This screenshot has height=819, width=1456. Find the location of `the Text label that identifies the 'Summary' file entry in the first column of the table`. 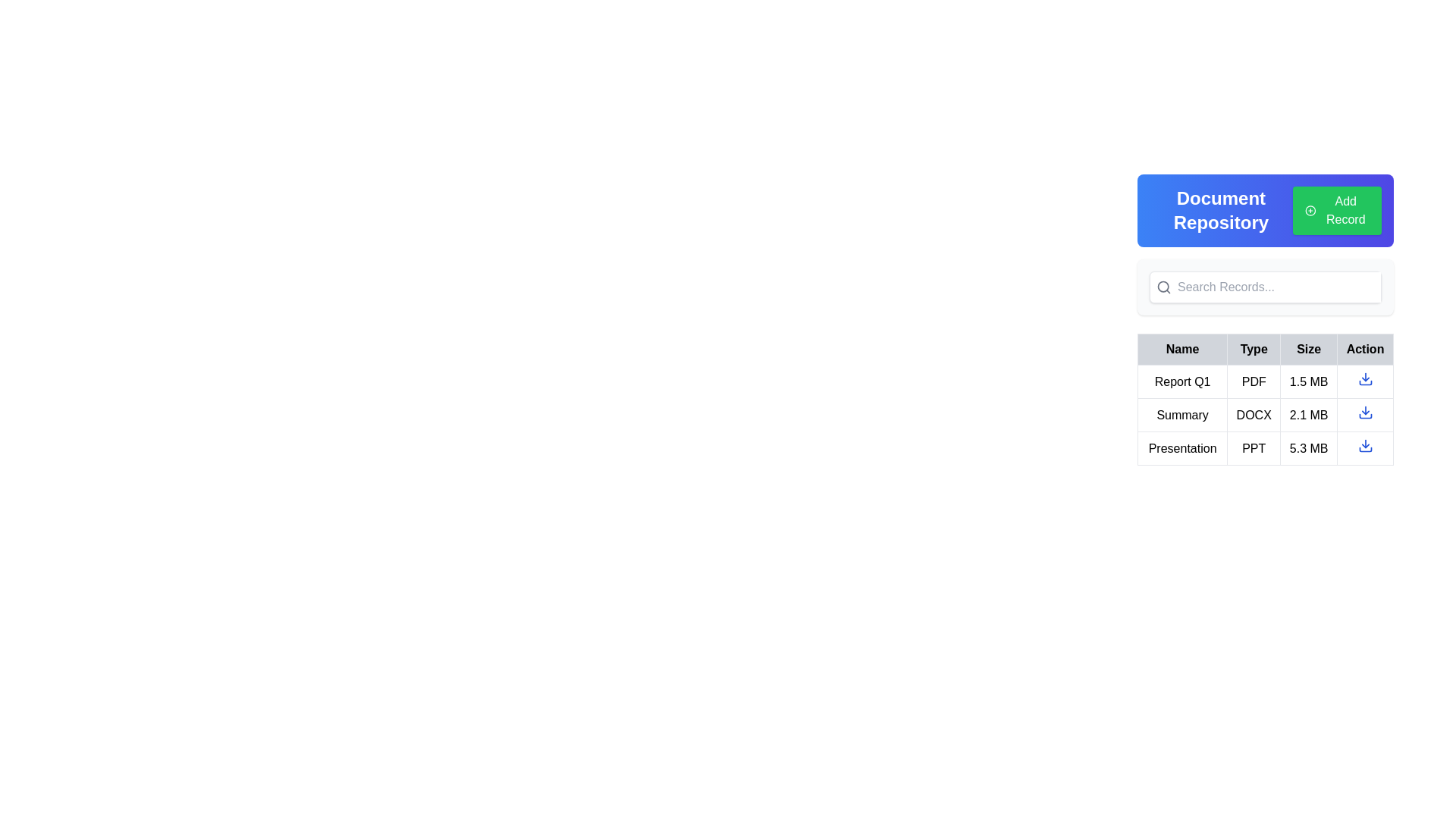

the Text label that identifies the 'Summary' file entry in the first column of the table is located at coordinates (1181, 415).